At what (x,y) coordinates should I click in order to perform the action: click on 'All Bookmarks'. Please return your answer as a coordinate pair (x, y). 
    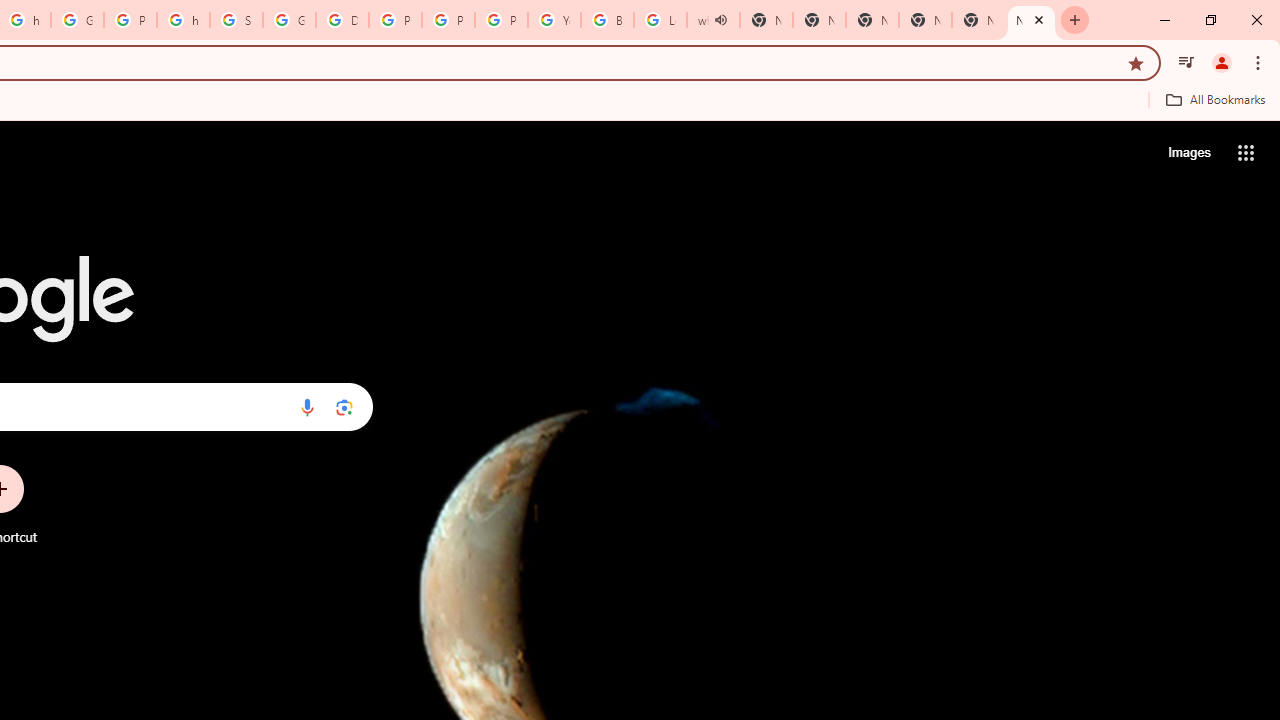
    Looking at the image, I should click on (1214, 99).